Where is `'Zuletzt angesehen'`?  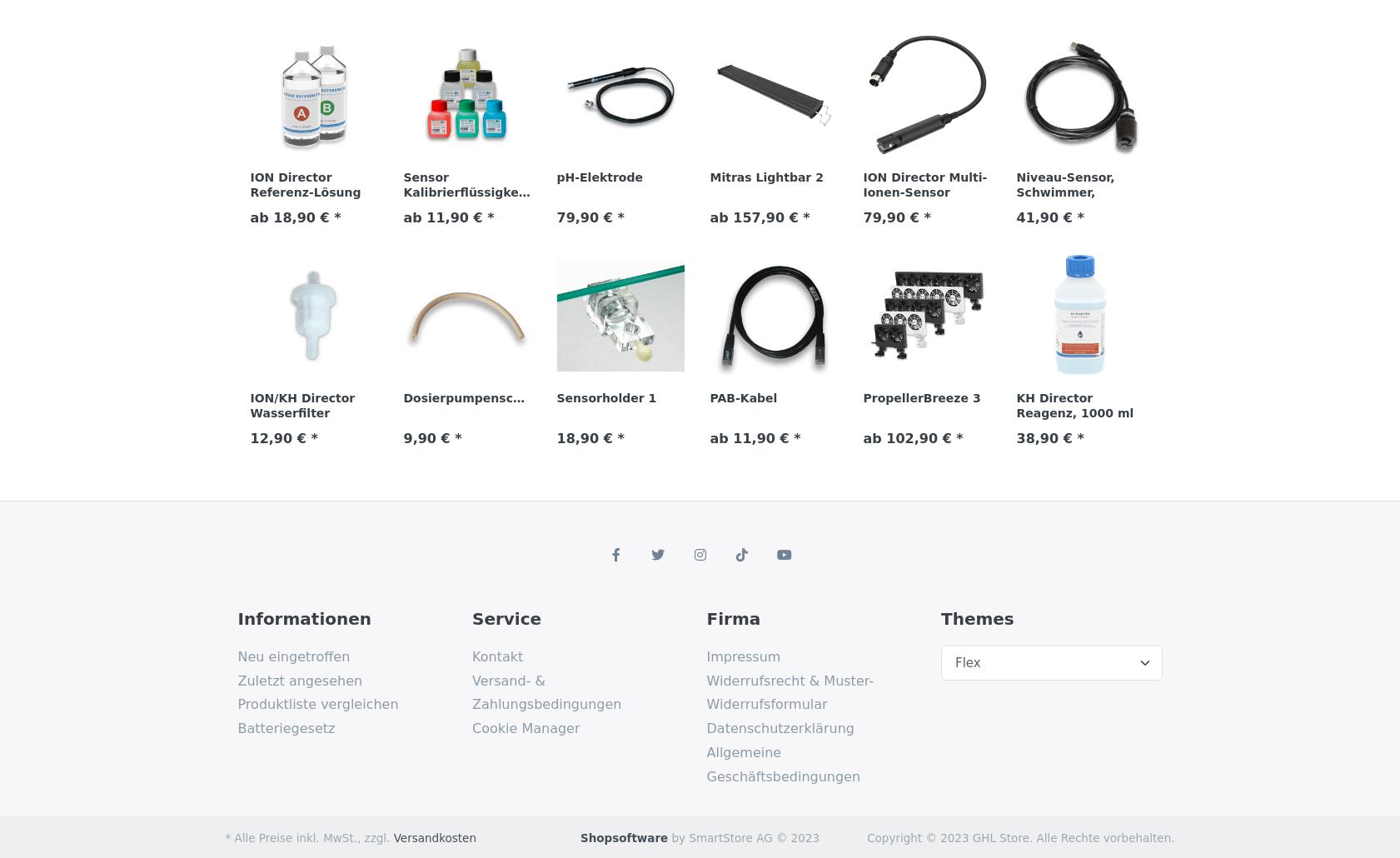
'Zuletzt angesehen' is located at coordinates (299, 679).